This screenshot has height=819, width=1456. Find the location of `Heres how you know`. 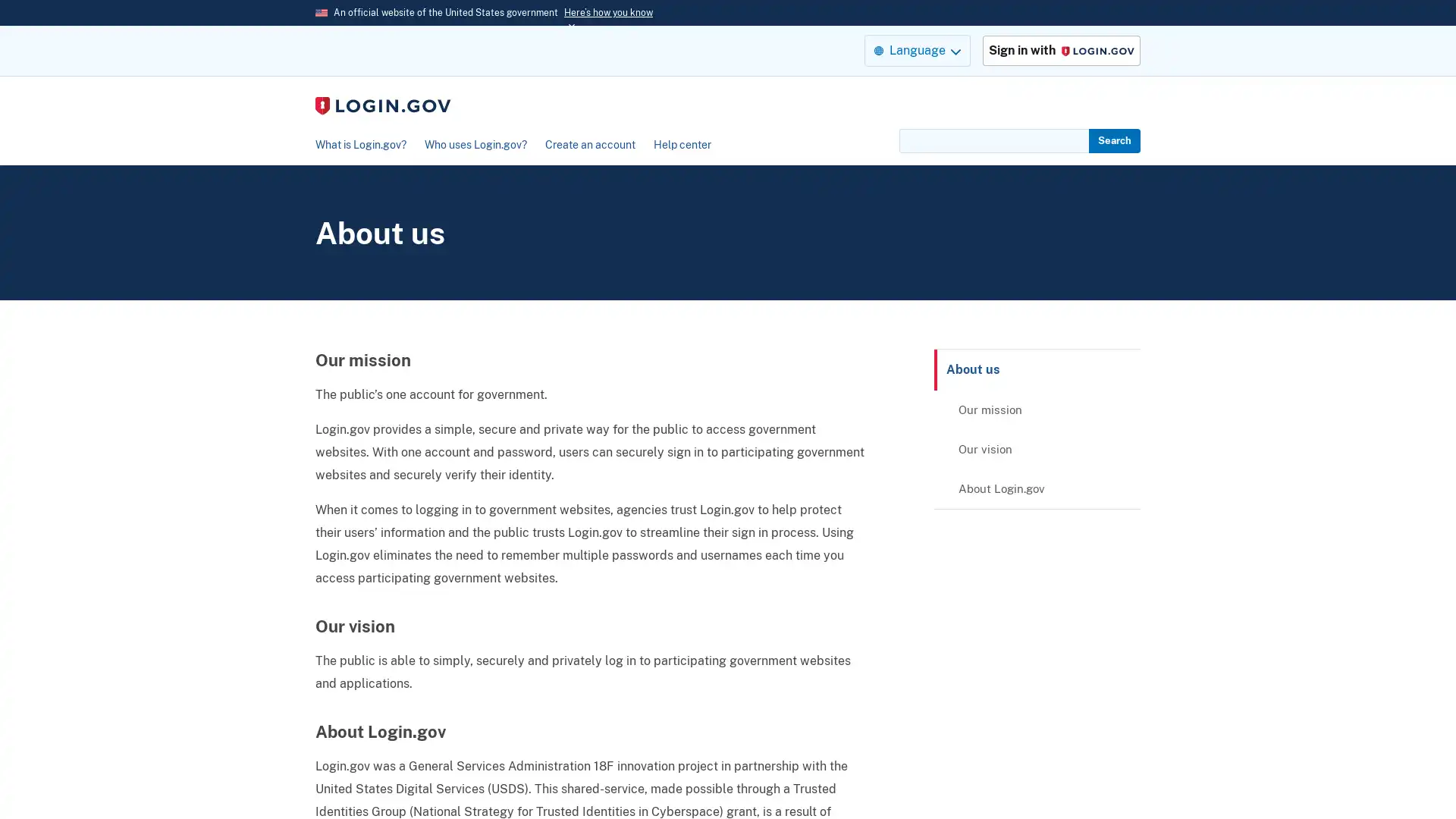

Heres how you know is located at coordinates (608, 12).